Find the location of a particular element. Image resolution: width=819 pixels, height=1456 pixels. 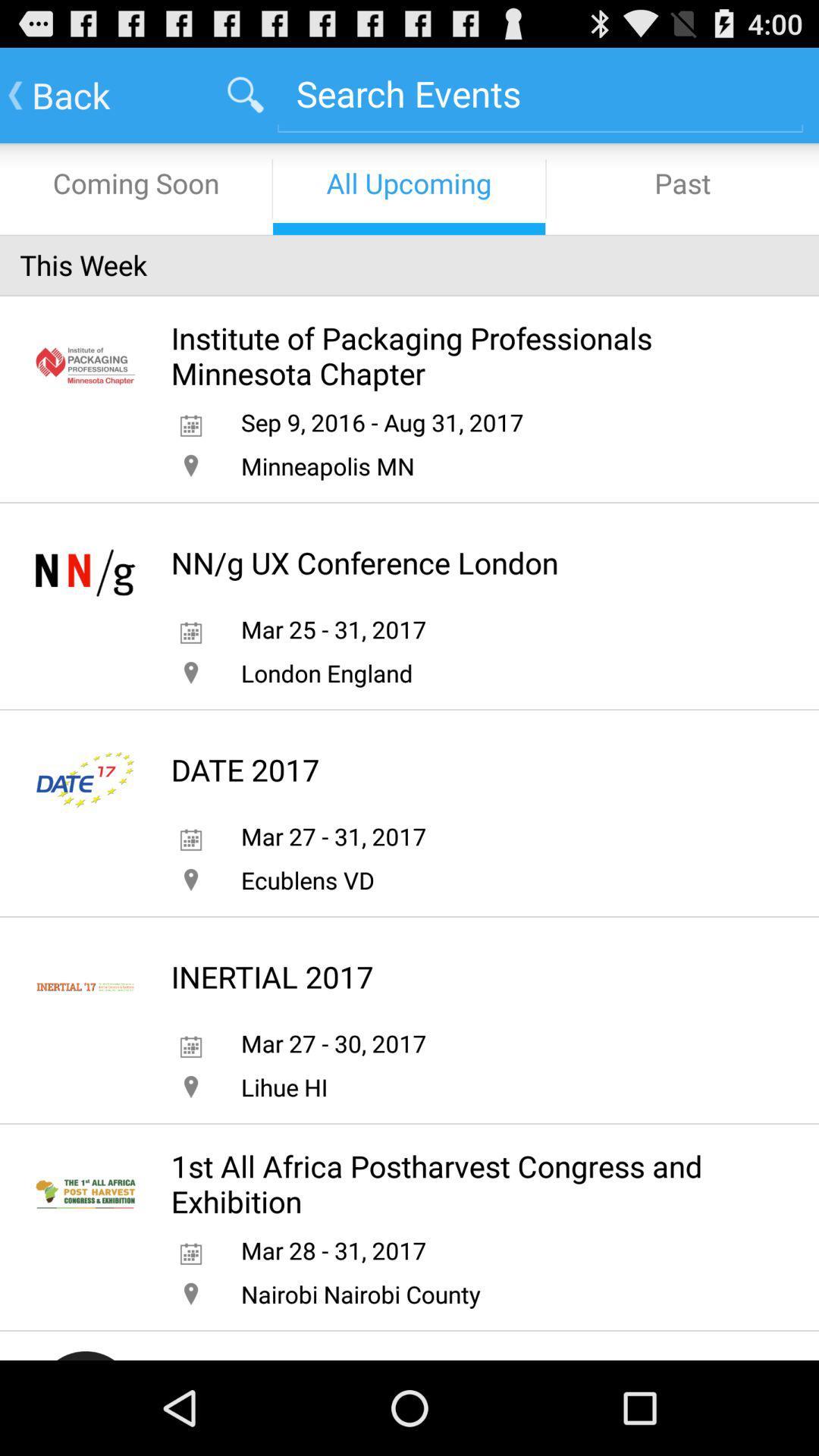

search bar is located at coordinates (539, 93).